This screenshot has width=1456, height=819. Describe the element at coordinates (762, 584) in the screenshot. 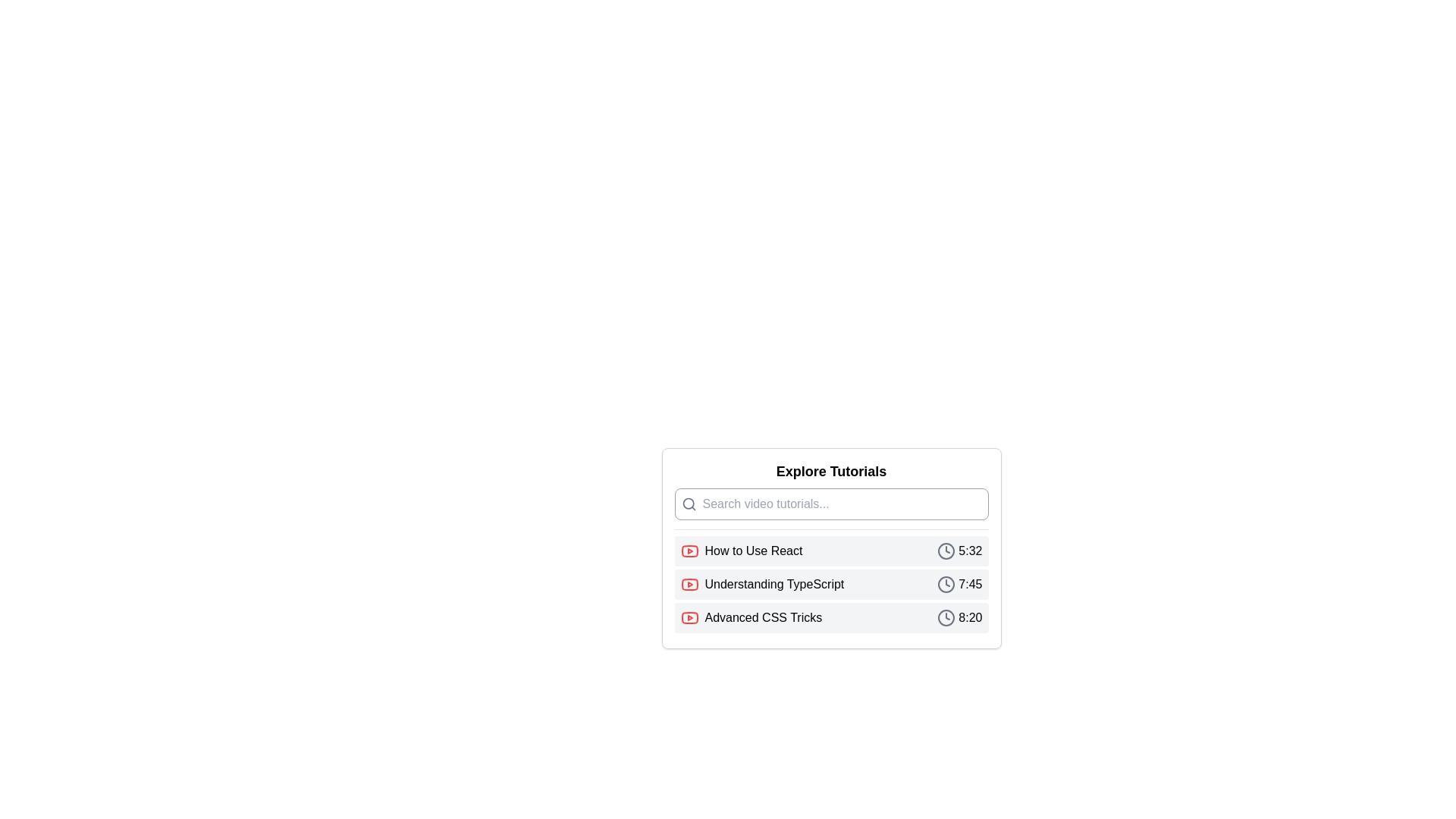

I see `the static text label 'Understanding TypeScript' which is part of the tutorial list under 'Explore Tutorials', positioned between 'How to Use React' and 'Advanced CSS Tricks'` at that location.